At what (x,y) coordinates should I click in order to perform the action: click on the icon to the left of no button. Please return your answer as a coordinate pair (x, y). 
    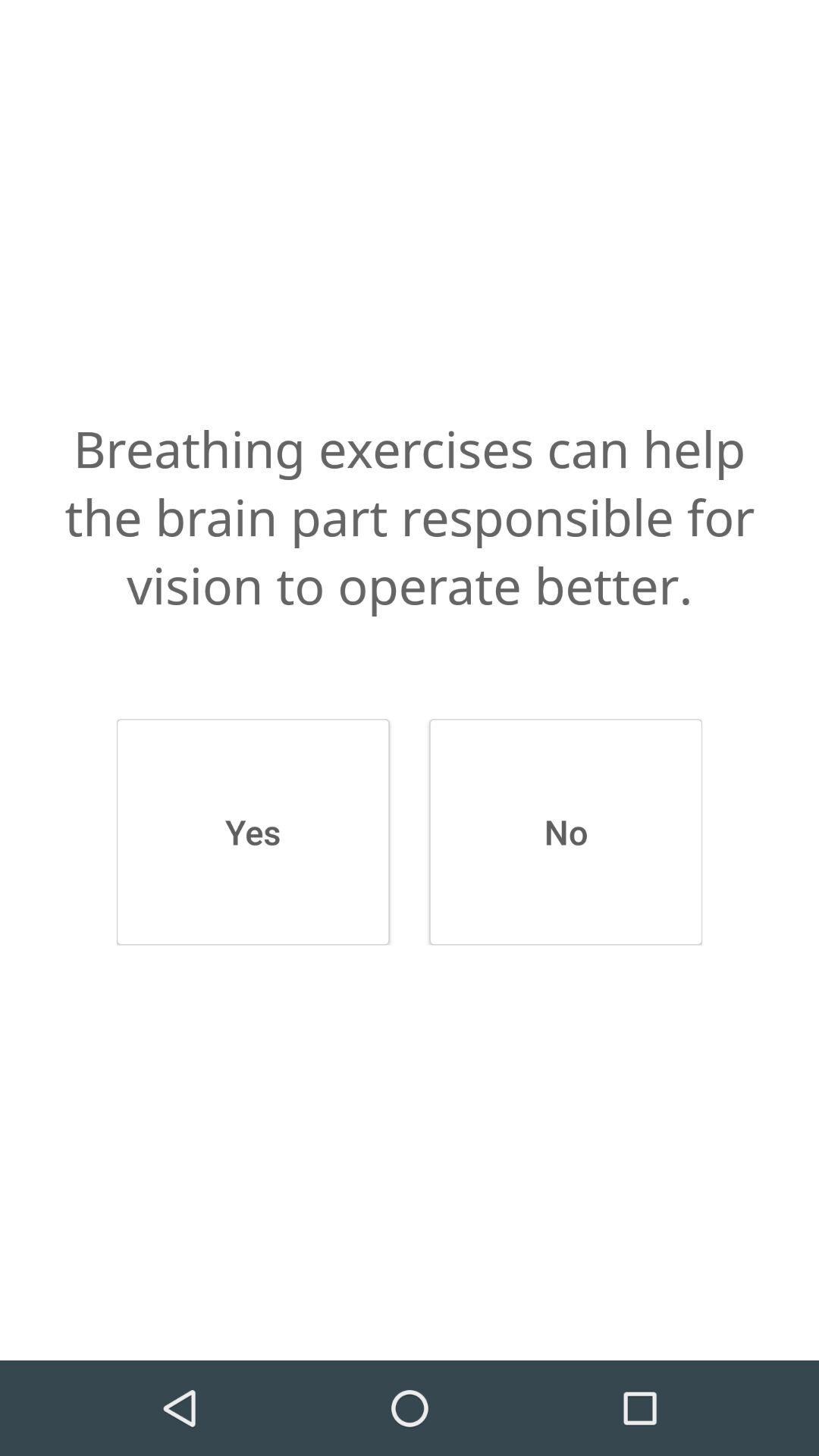
    Looking at the image, I should click on (252, 831).